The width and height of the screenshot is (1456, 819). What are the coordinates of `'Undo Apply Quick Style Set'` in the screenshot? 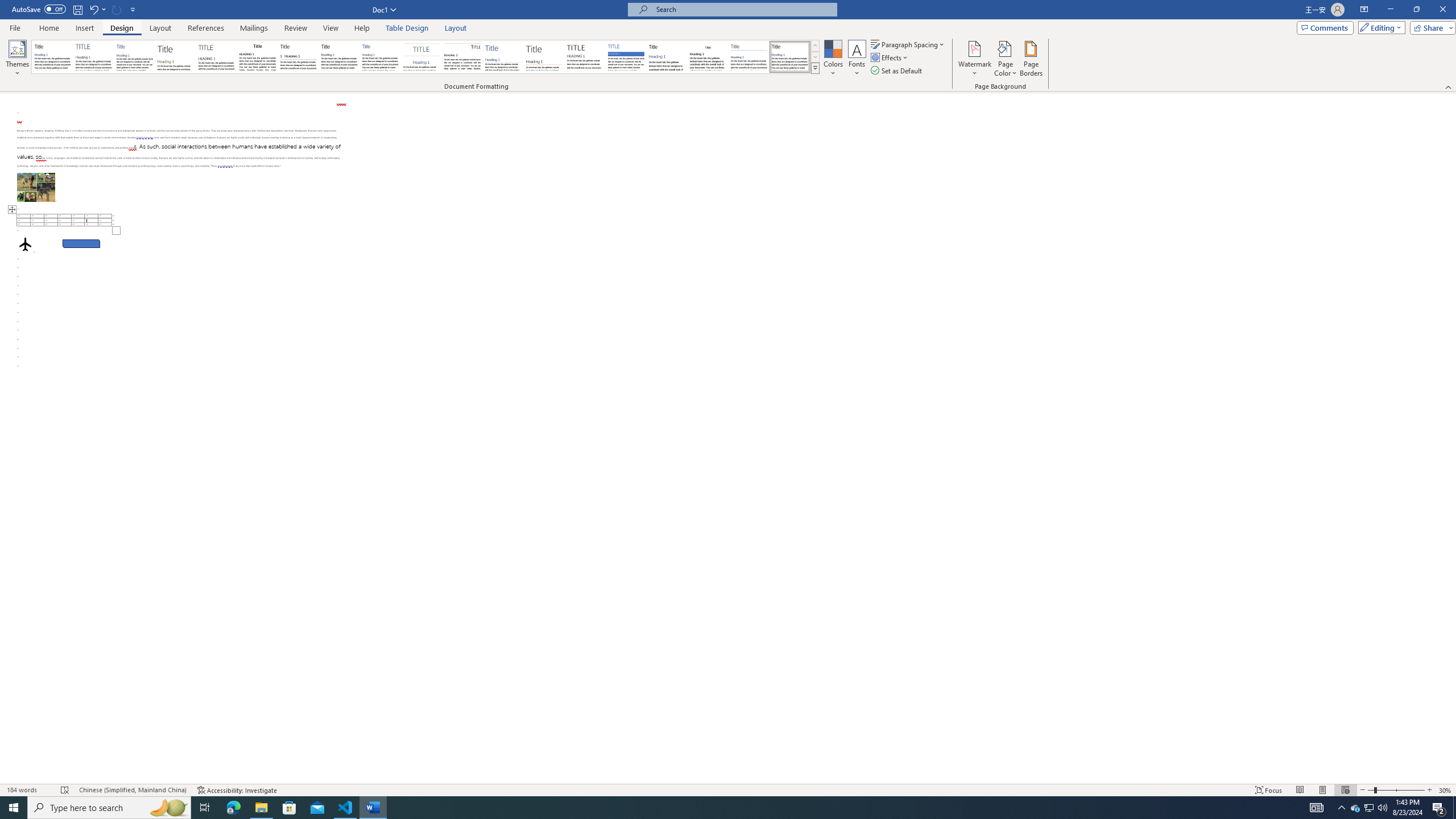 It's located at (97, 9).